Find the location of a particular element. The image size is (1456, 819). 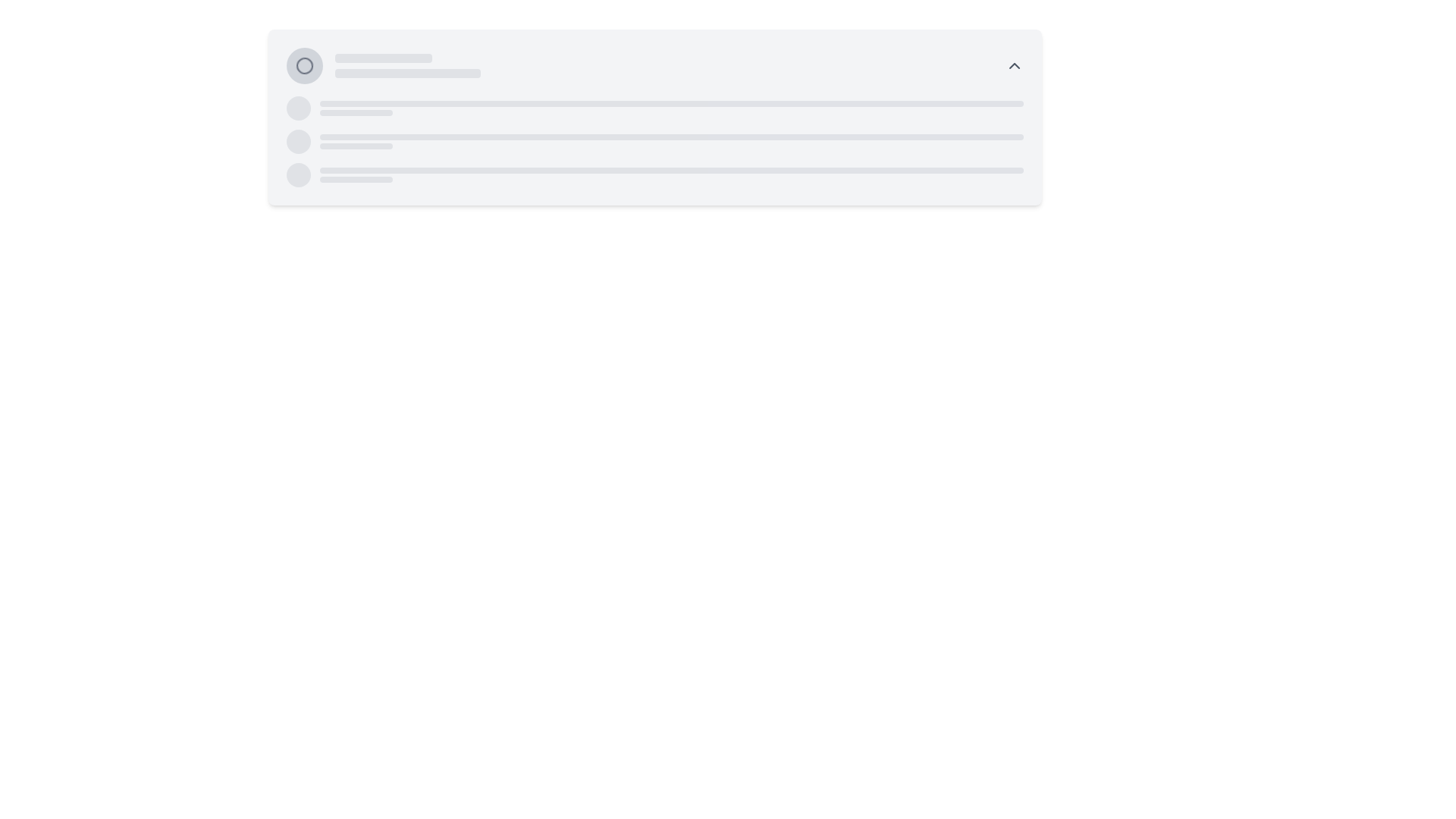

the Loading Spinner Icon, which is a circular icon with an outline styled in subtle gray, located at the top-left section of the interface is located at coordinates (304, 65).